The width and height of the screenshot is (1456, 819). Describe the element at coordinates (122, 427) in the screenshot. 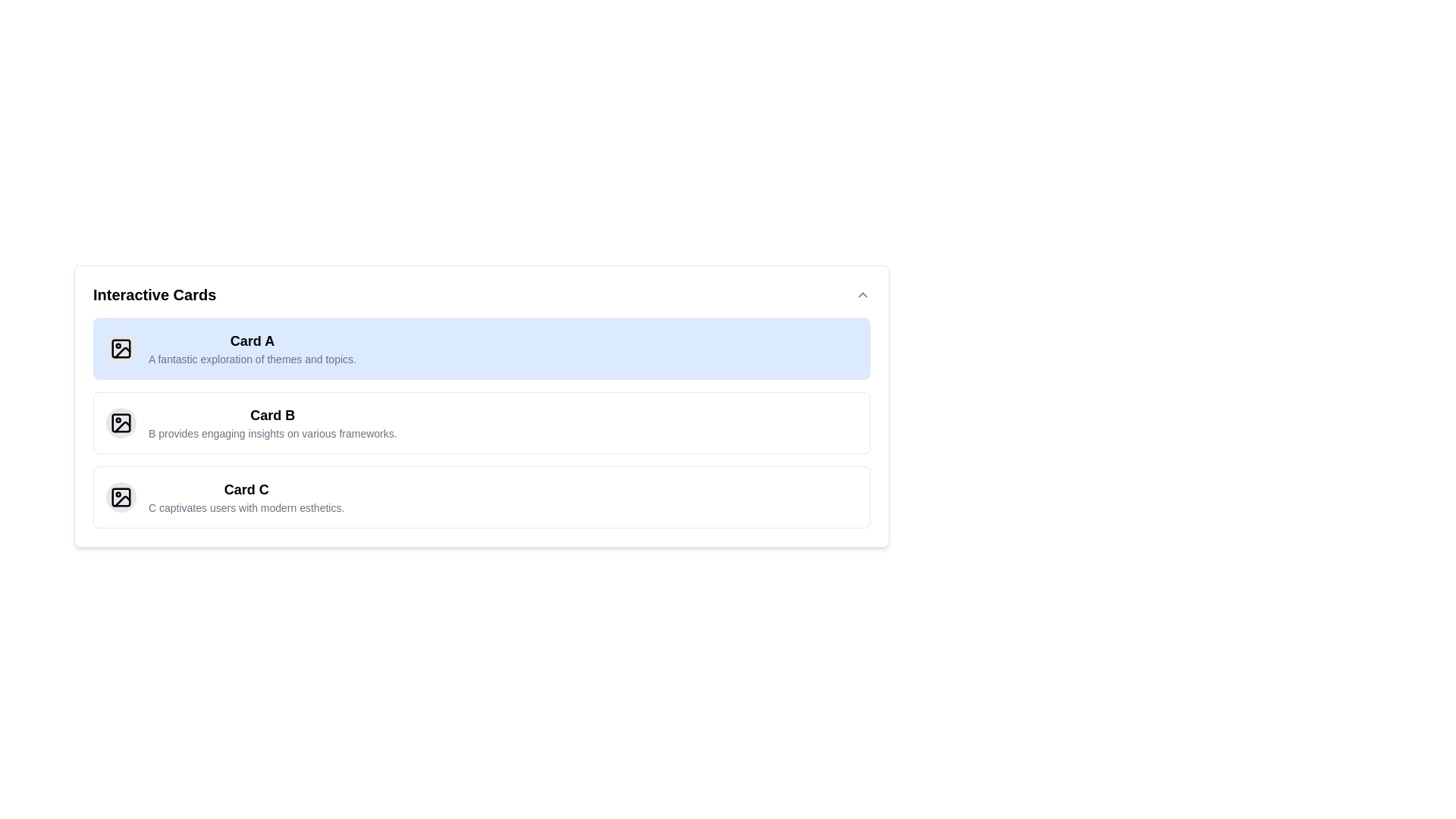

I see `the Icon component, which is a part of an SVG image styled with strokes and curved paths, located in the second card item labeled 'Card B' as the third sibling element` at that location.